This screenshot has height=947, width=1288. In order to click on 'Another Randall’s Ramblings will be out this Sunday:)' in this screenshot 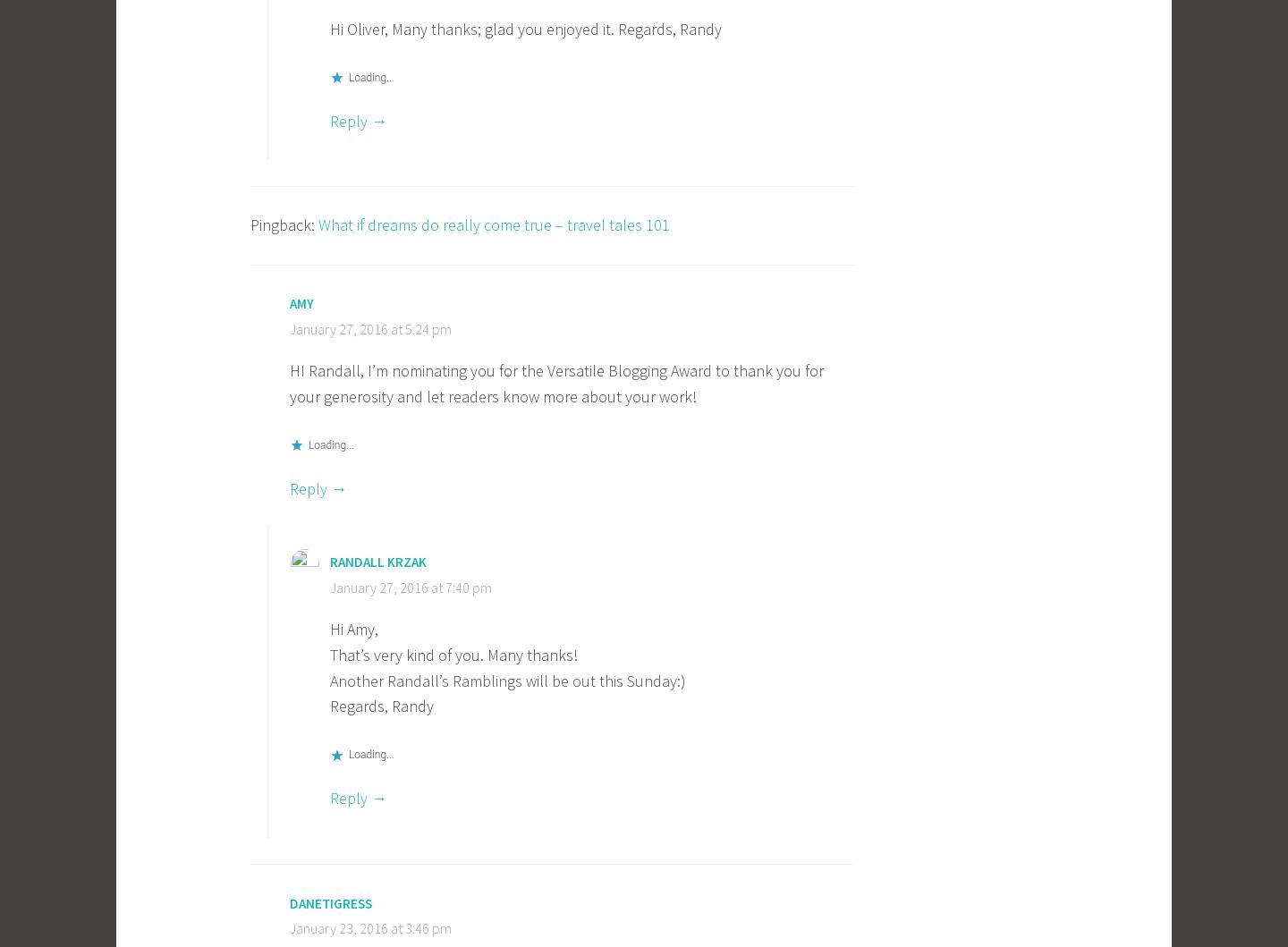, I will do `click(507, 679)`.